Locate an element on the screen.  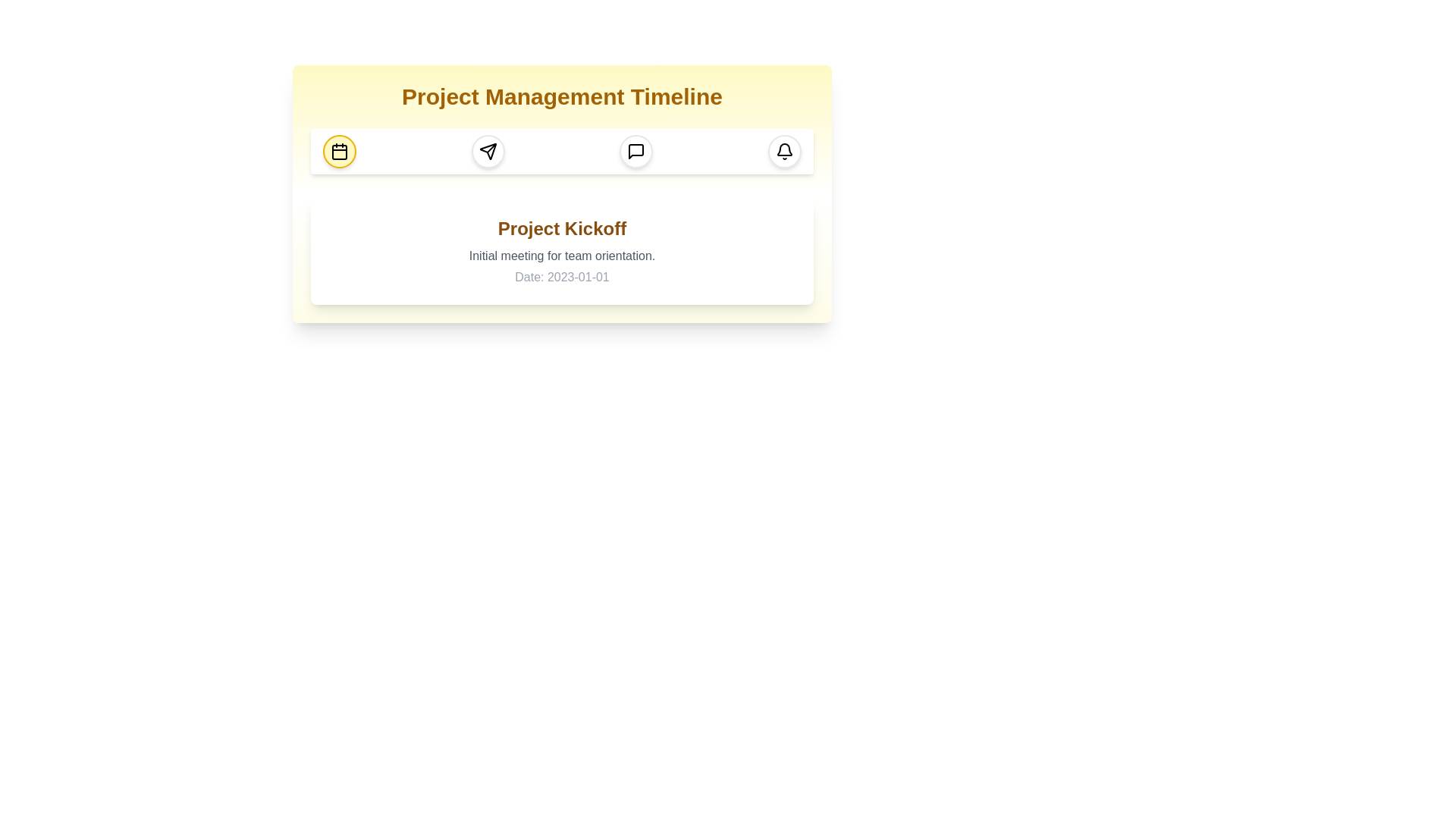
the bell icon located at the rightmost end of the row of circular buttons is located at coordinates (783, 152).